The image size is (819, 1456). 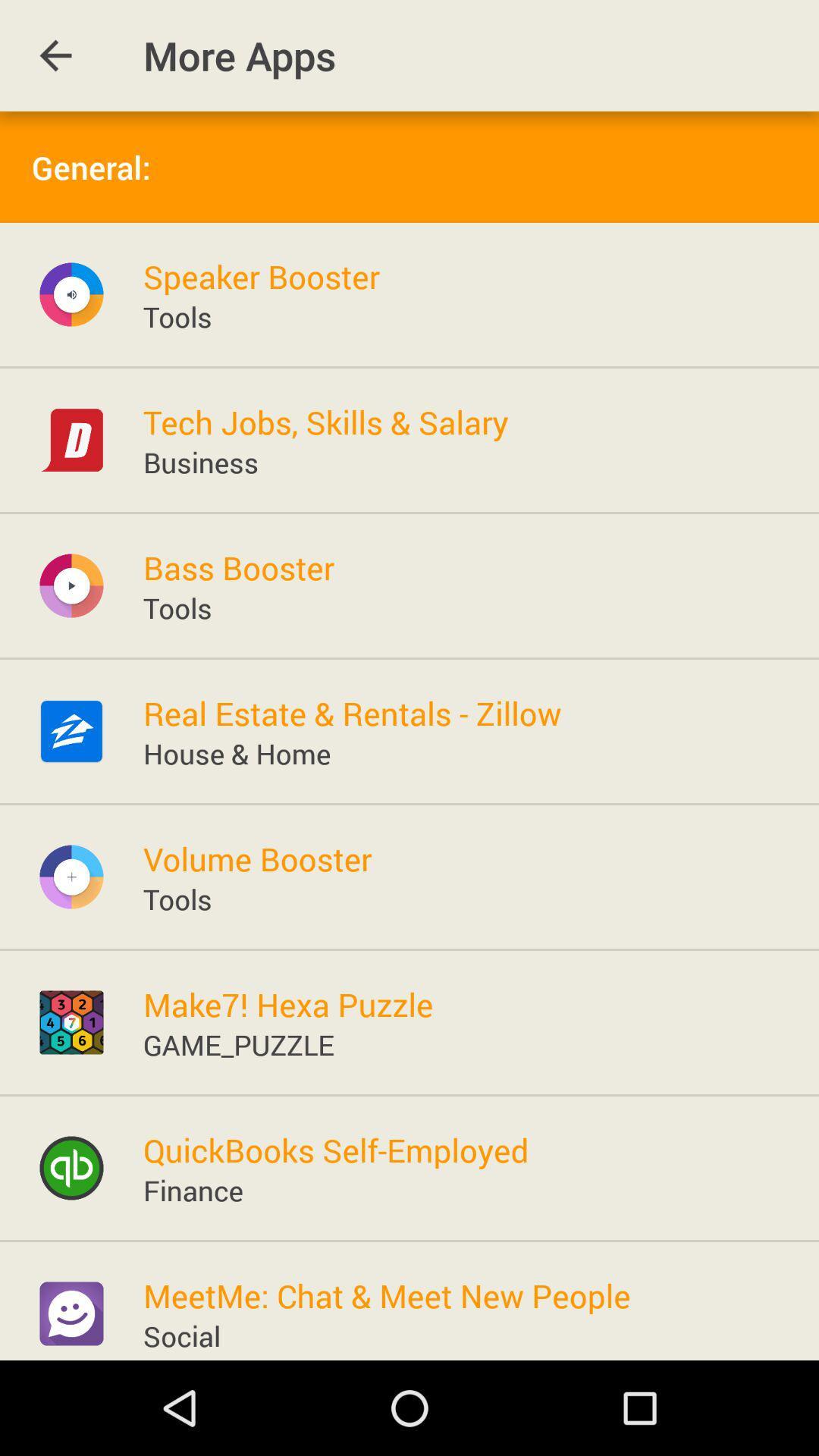 I want to click on the item above meetme chat meet icon, so click(x=192, y=1189).